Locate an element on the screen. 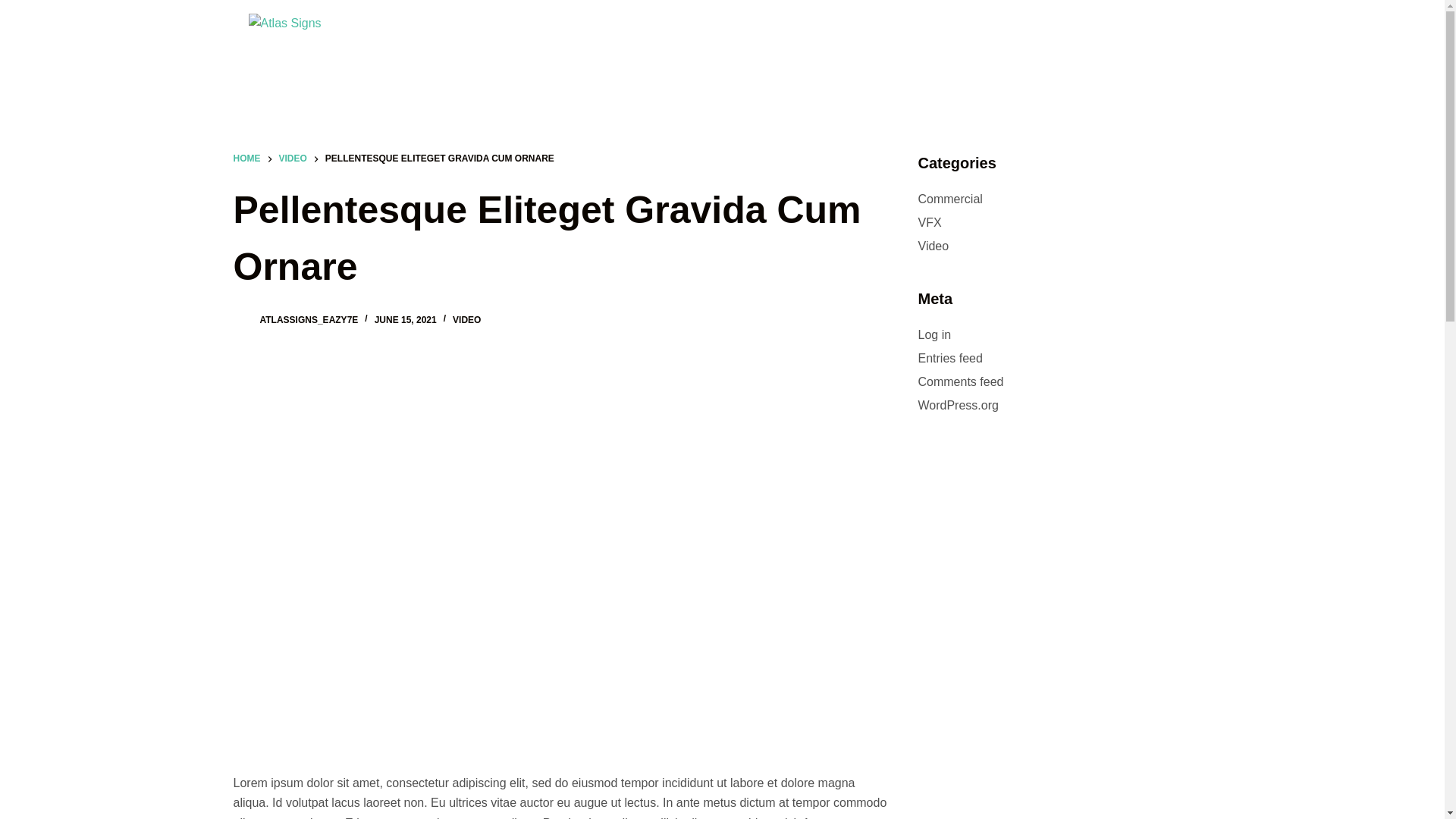  'VFX' is located at coordinates (928, 222).